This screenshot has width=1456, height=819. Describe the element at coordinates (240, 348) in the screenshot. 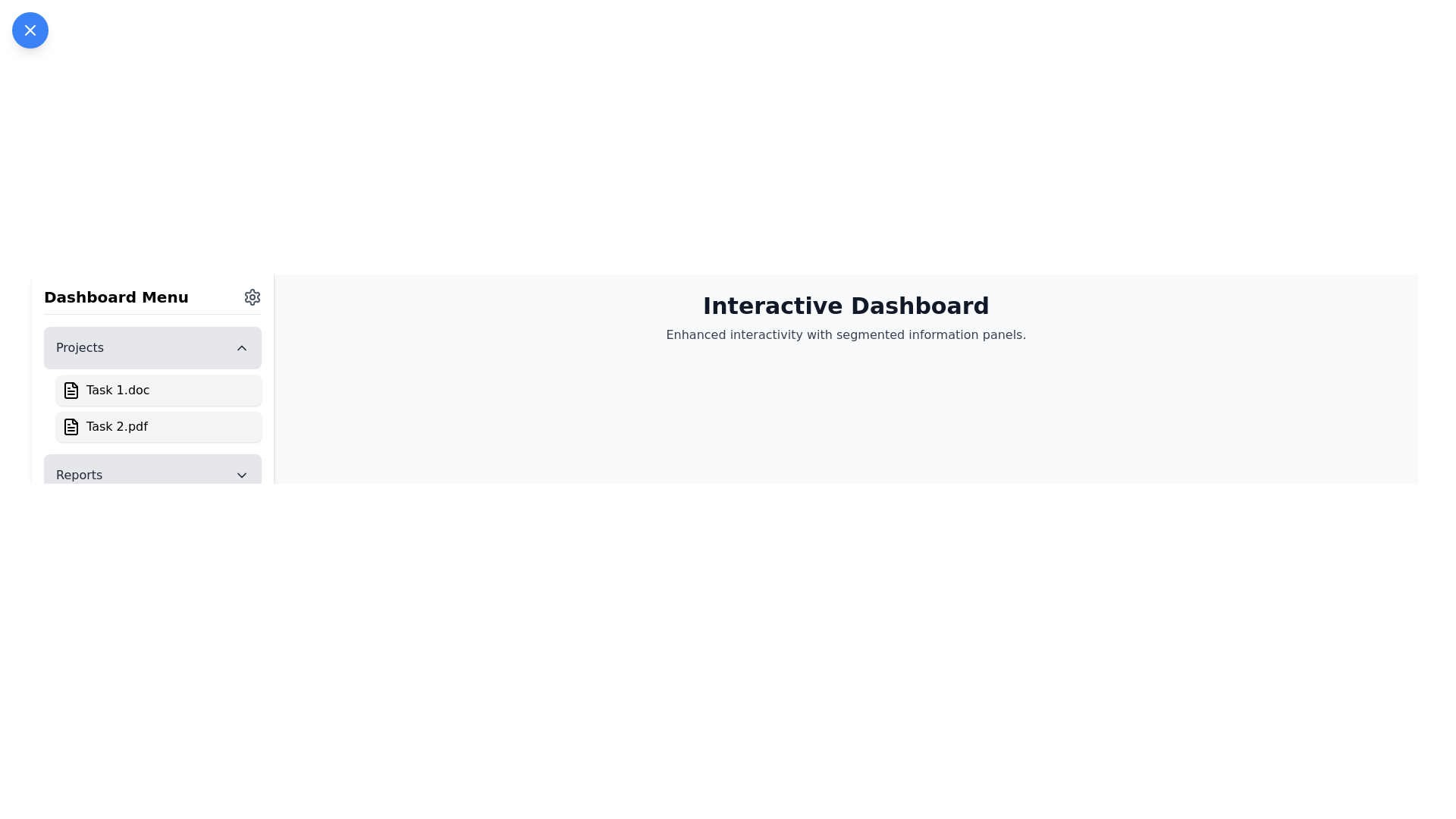

I see `the chevron icon button located to the right of the 'Projects' label in the left sidebar menu` at that location.